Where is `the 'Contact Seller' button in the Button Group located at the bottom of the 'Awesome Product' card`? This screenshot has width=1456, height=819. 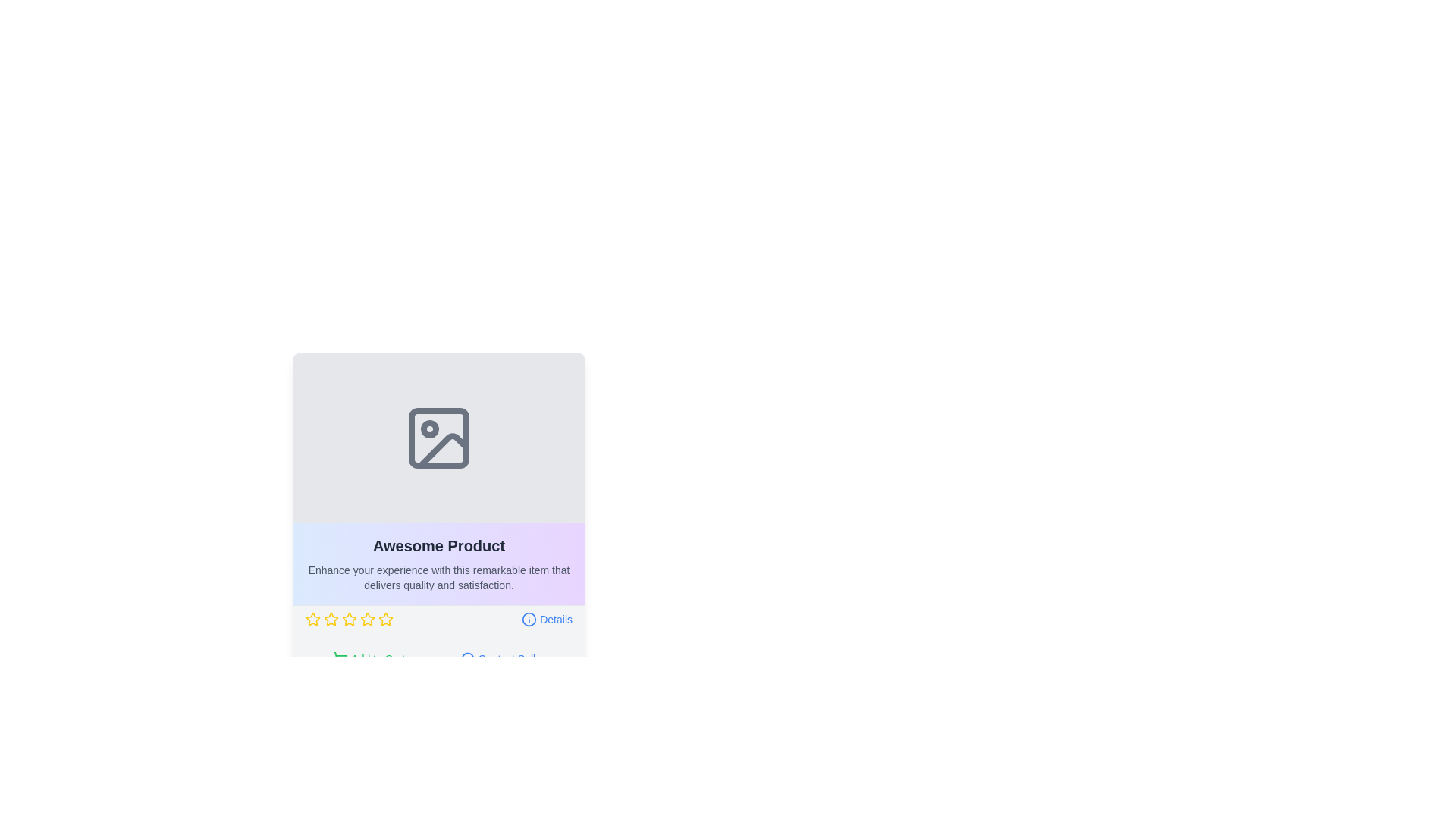
the 'Contact Seller' button in the Button Group located at the bottom of the 'Awesome Product' card is located at coordinates (438, 657).